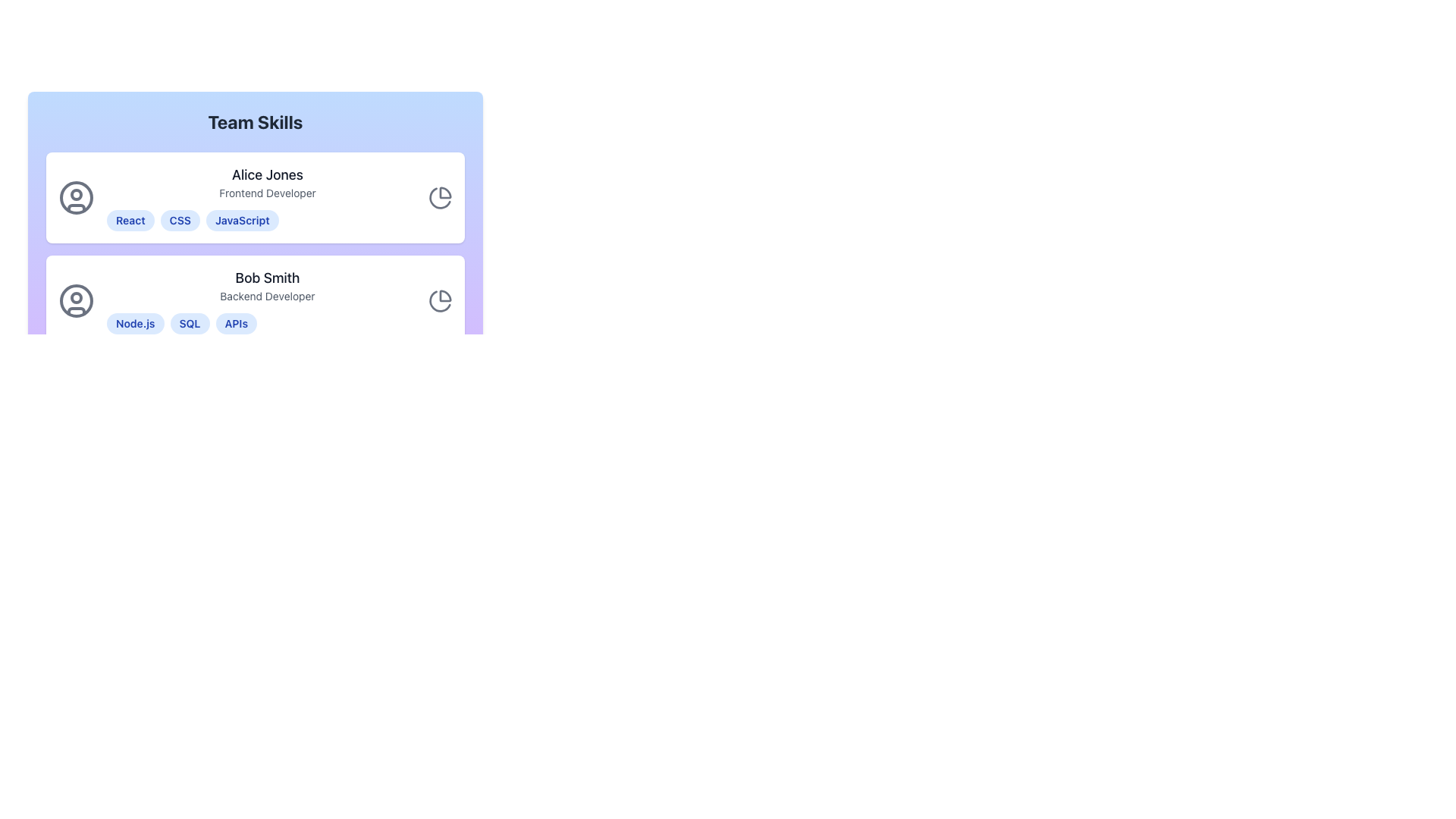 The width and height of the screenshot is (1456, 819). What do you see at coordinates (75, 194) in the screenshot?
I see `the smaller circular decorative element in Alice Jones' profile within the Team Skills section` at bounding box center [75, 194].